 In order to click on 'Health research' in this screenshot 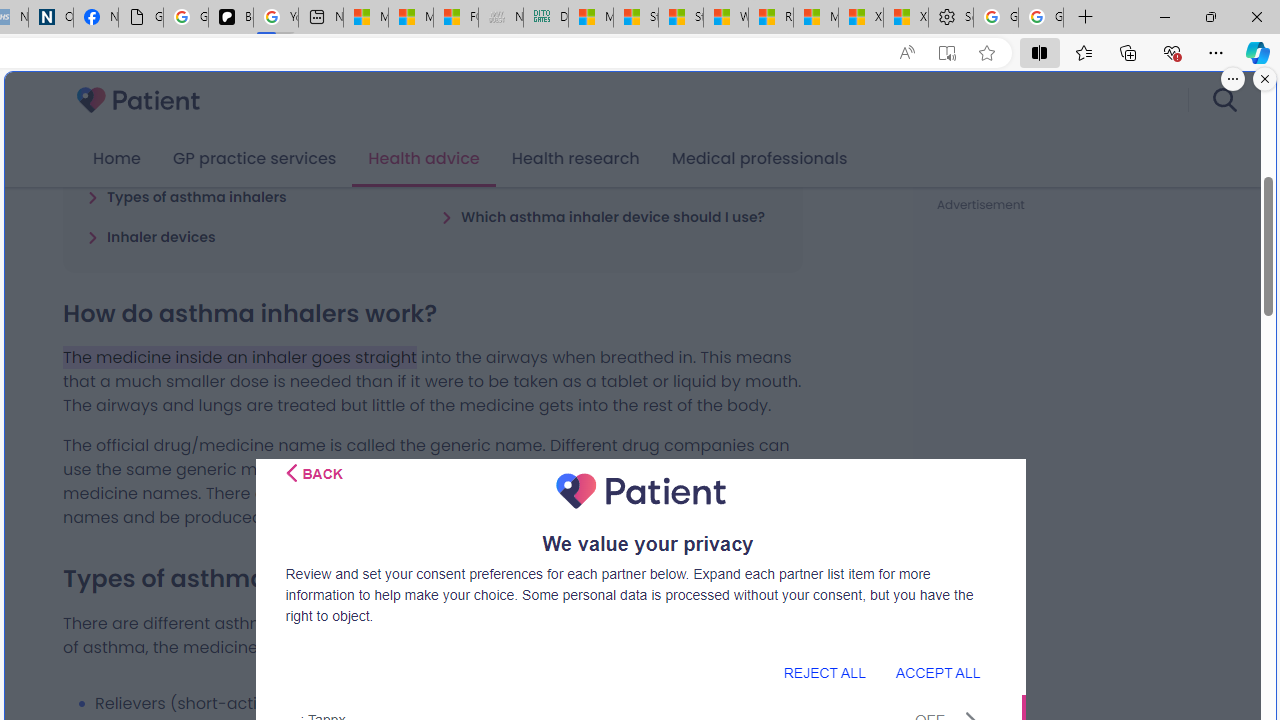, I will do `click(574, 158)`.